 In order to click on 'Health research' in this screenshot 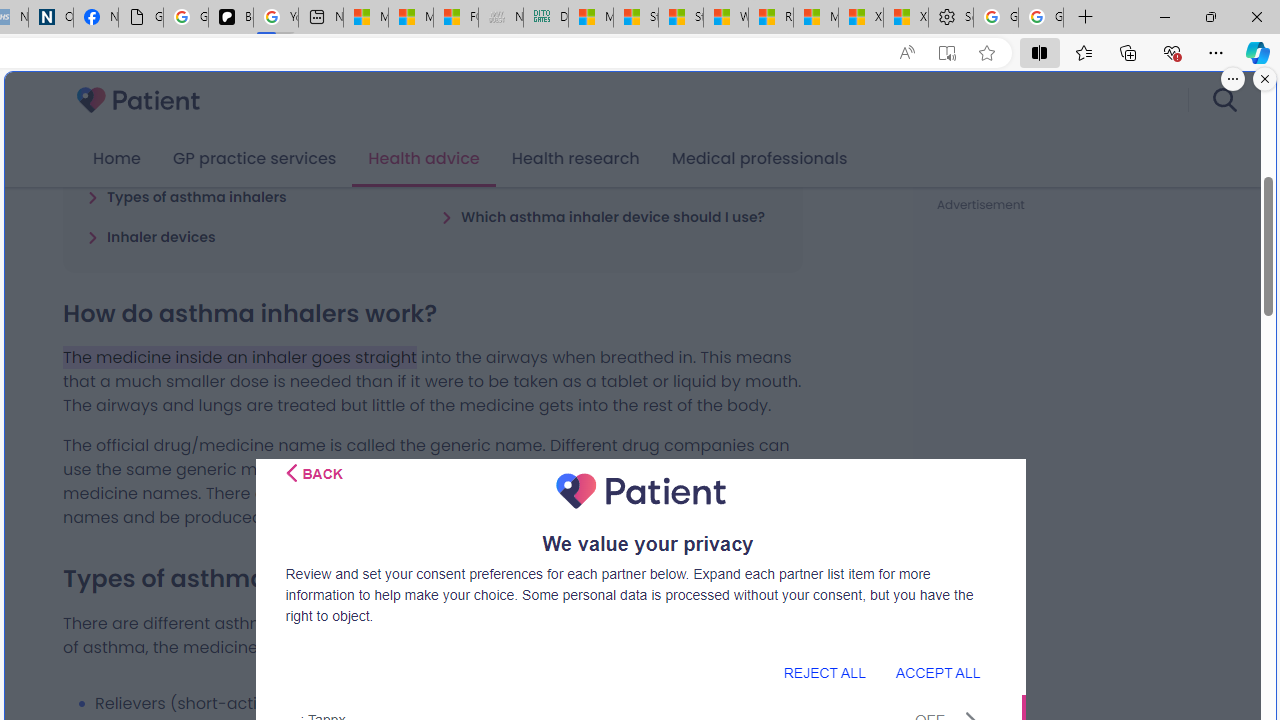, I will do `click(574, 158)`.